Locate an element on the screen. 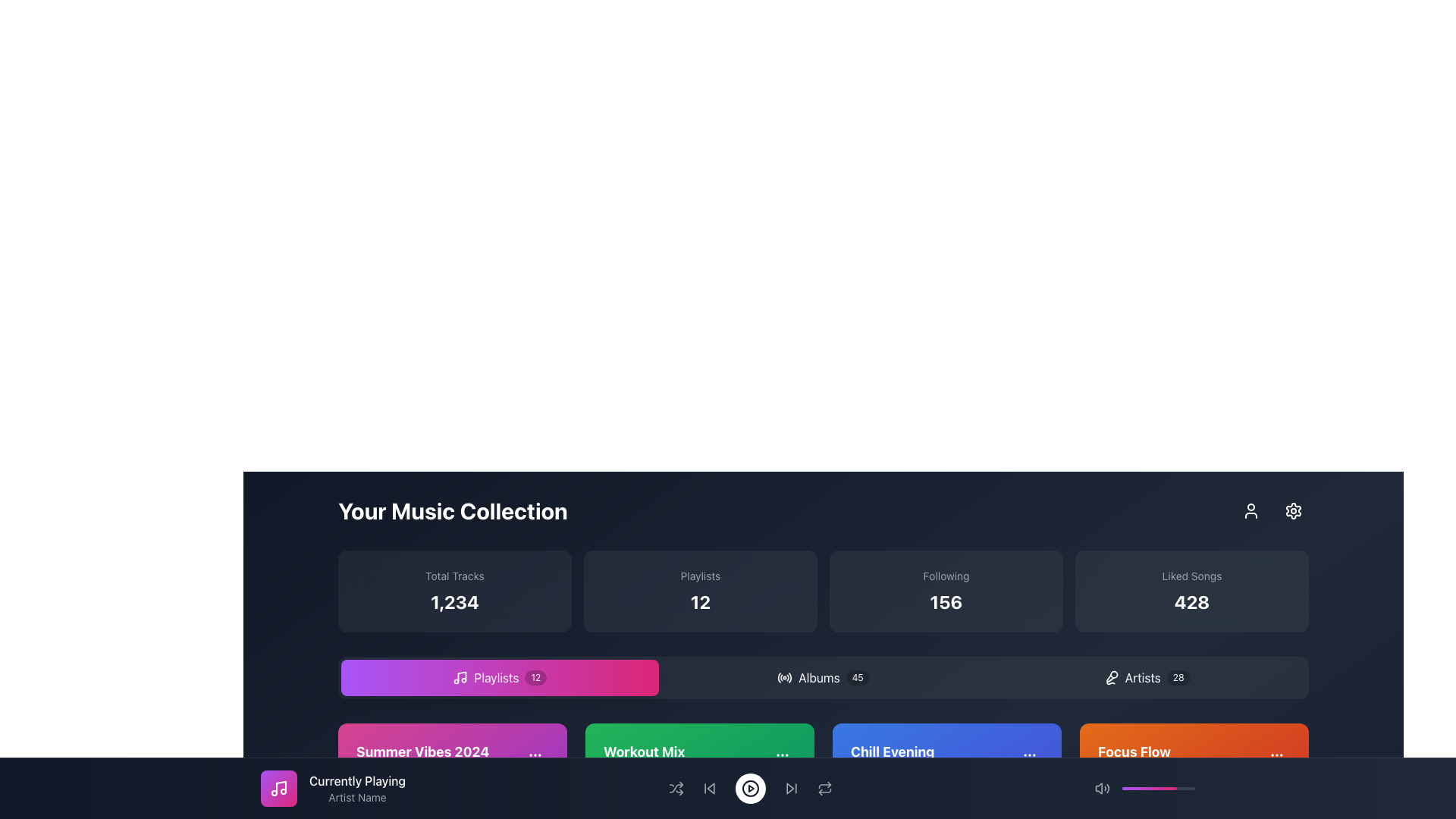 This screenshot has width=1456, height=819. the title label of the music playlist, which provides an overview of the playlist's theme or name, located in the center-left section of the grid is located at coordinates (644, 752).